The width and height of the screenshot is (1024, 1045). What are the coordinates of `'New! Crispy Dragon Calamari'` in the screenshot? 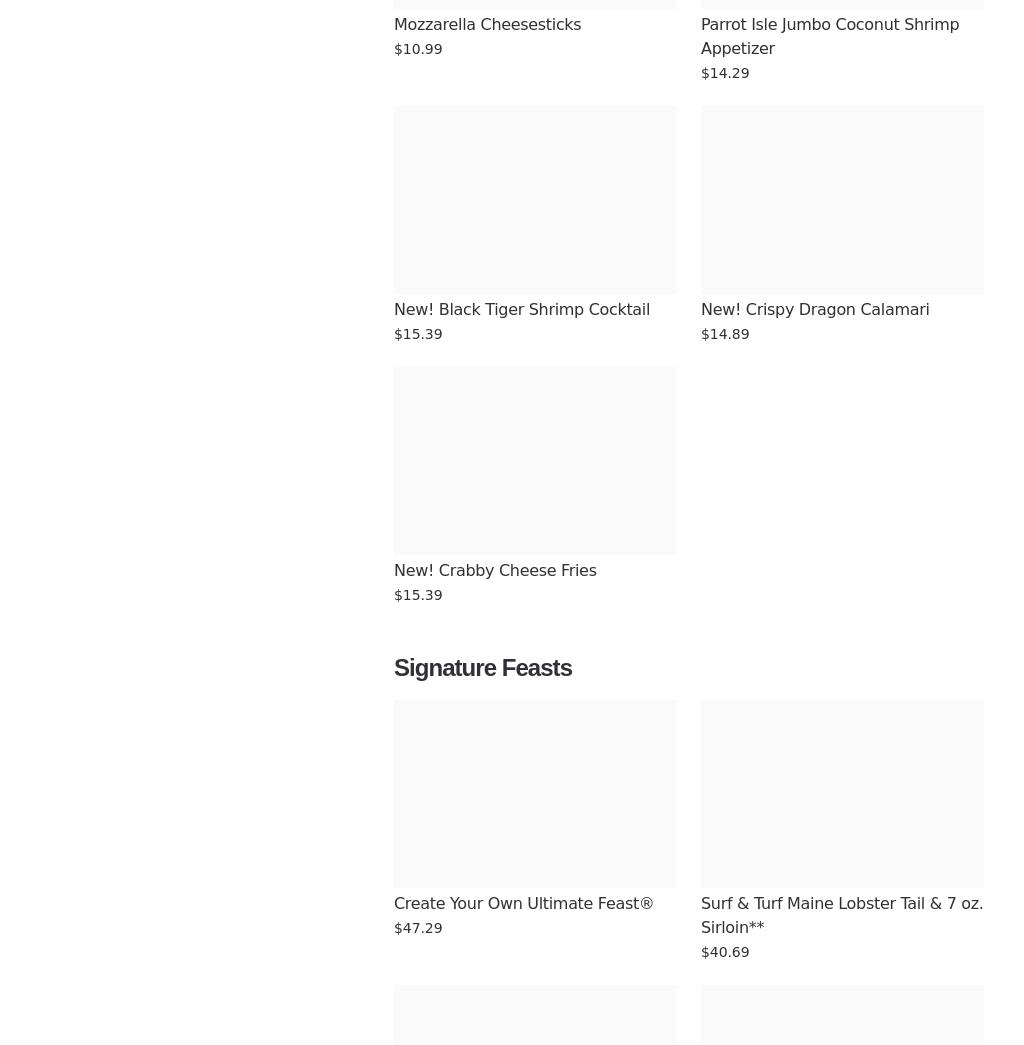 It's located at (814, 309).